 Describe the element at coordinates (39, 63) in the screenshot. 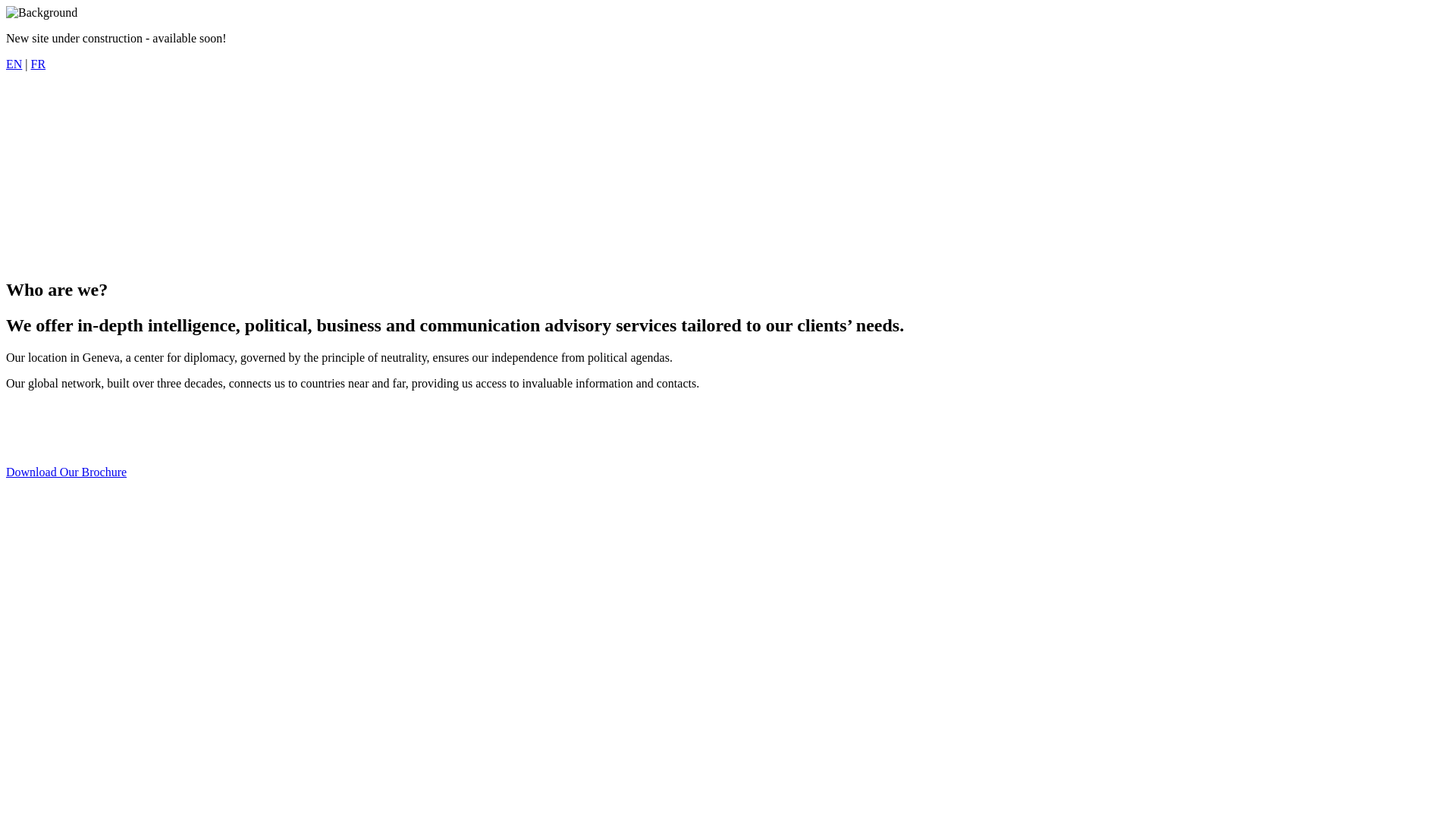

I see `'FR'` at that location.